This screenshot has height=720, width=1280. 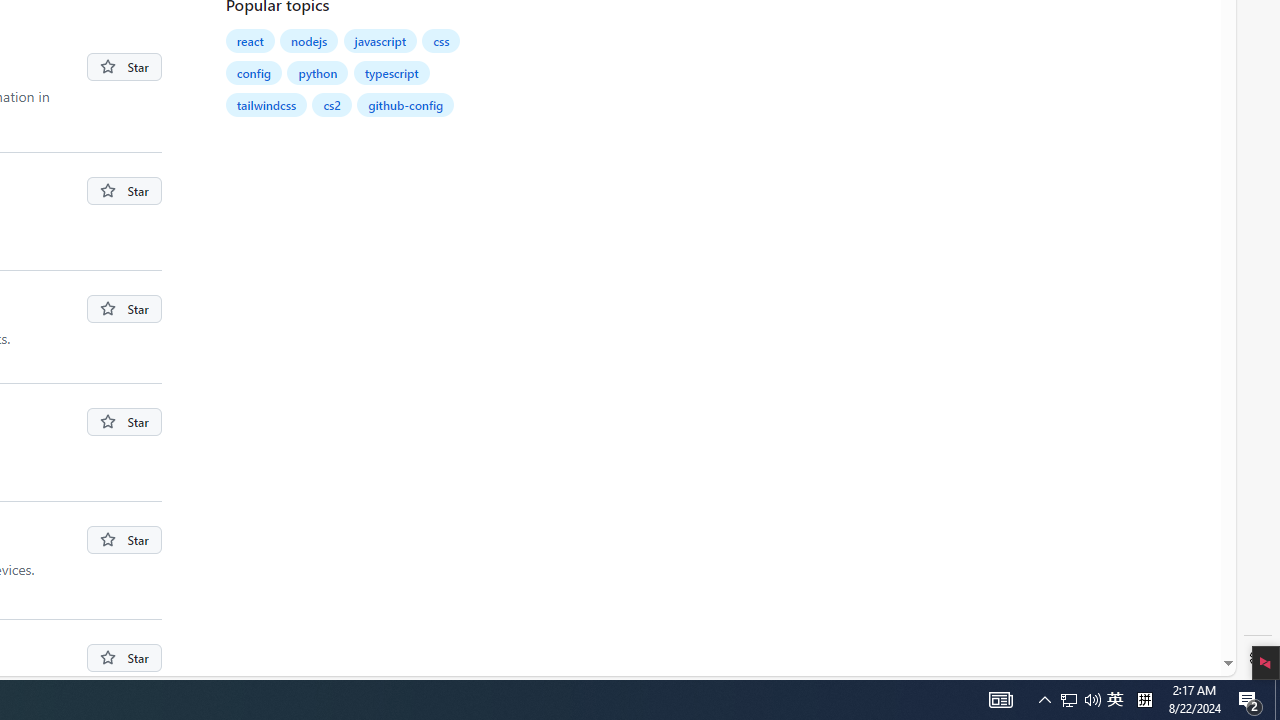 What do you see at coordinates (405, 105) in the screenshot?
I see `'github-config'` at bounding box center [405, 105].